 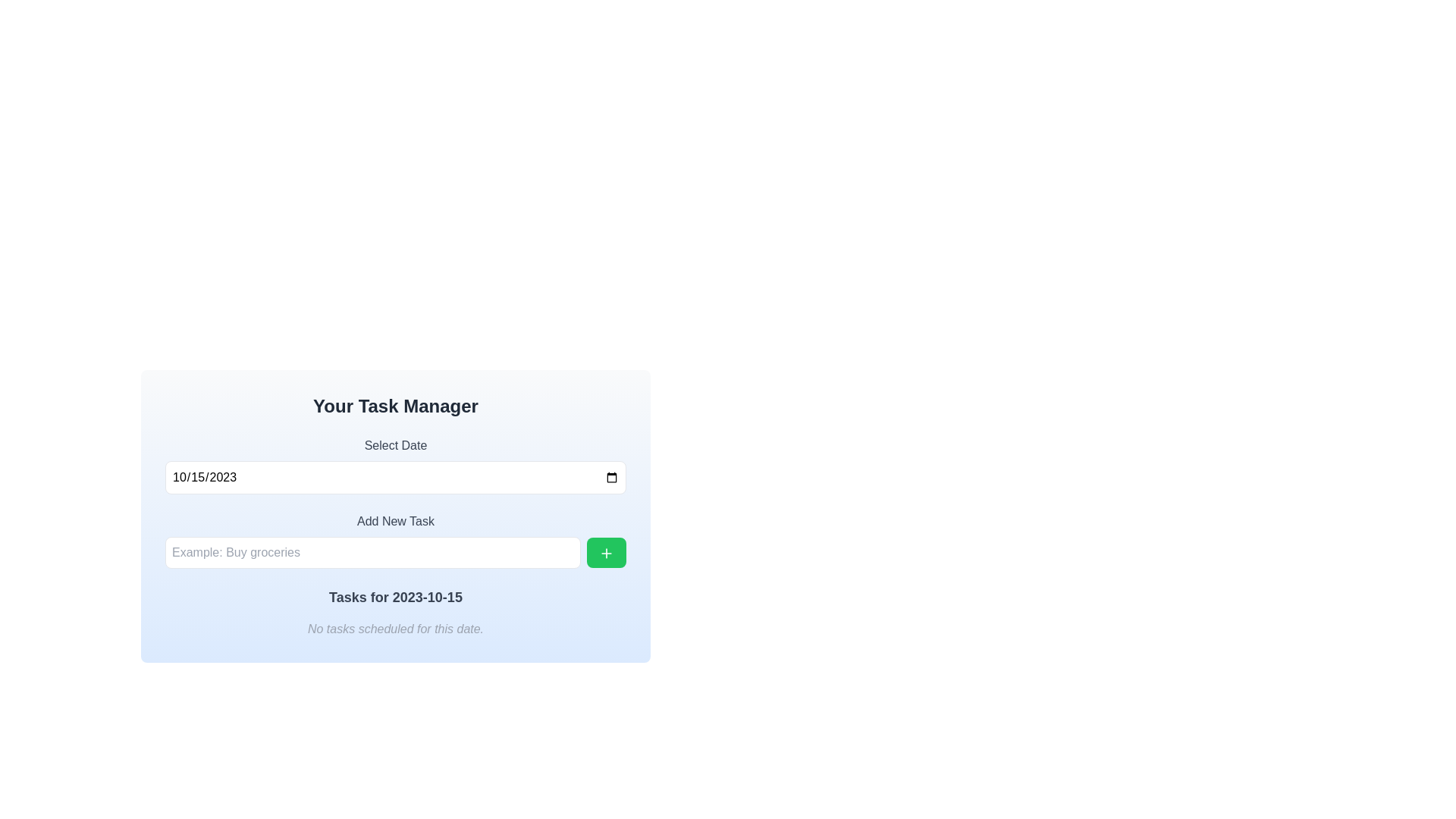 I want to click on the static text message that reads 'No tasks scheduled for this date.', which is styled in italic gray and positioned below the header 'Tasks for 2023-10-15', so click(x=396, y=629).